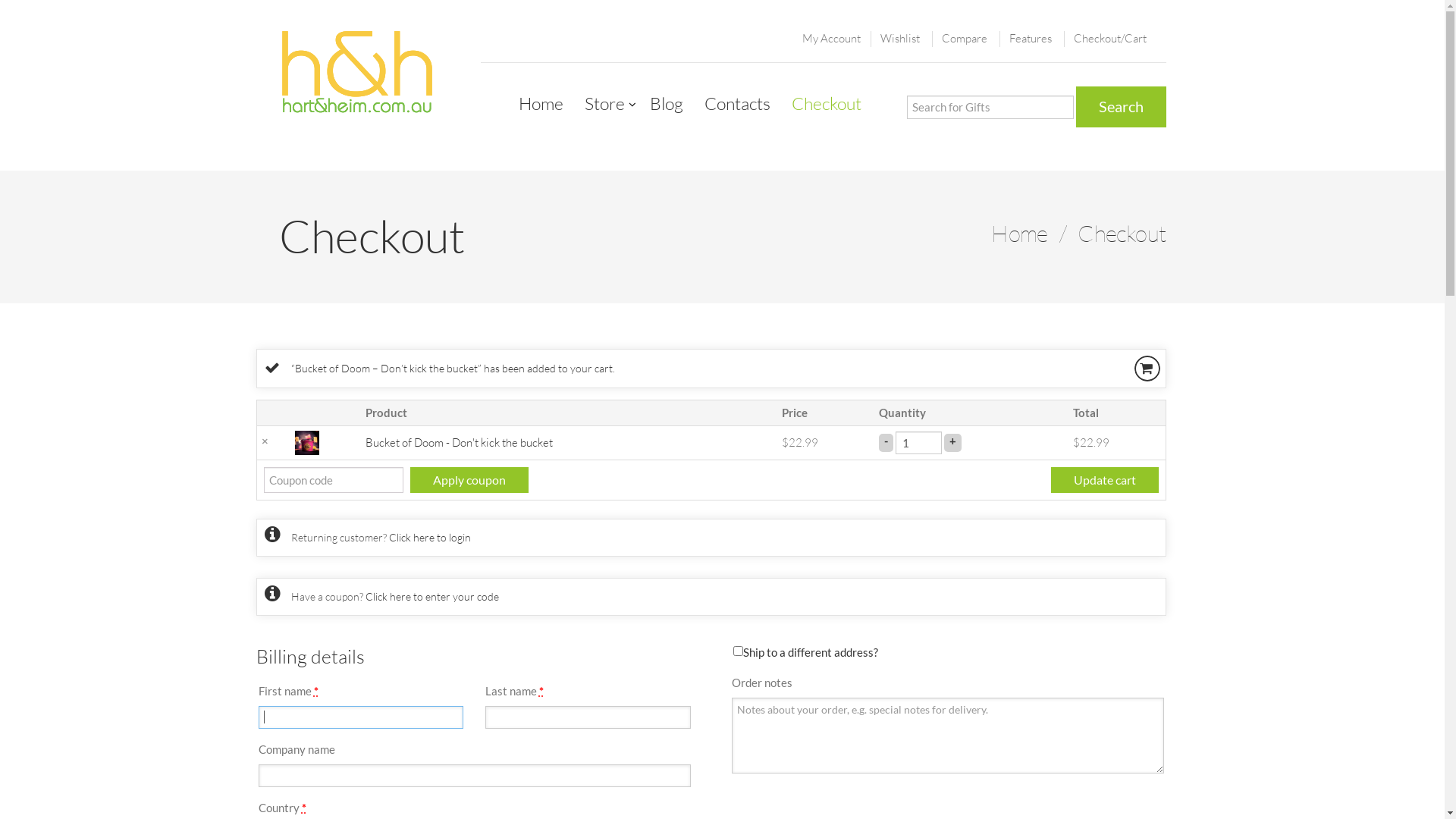  What do you see at coordinates (431, 595) in the screenshot?
I see `'Click here to enter your code'` at bounding box center [431, 595].